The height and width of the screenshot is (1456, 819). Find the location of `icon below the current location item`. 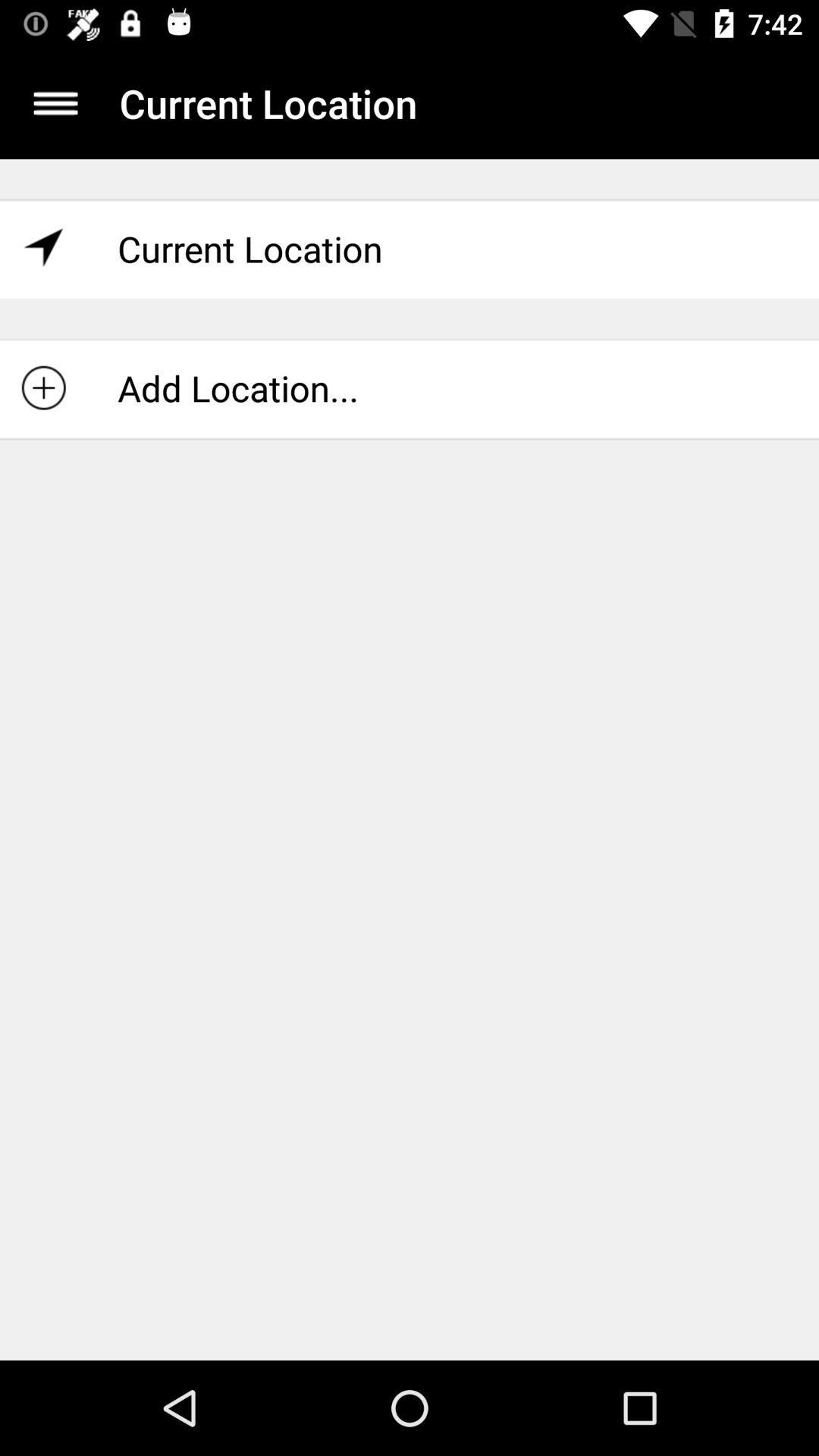

icon below the current location item is located at coordinates (409, 388).